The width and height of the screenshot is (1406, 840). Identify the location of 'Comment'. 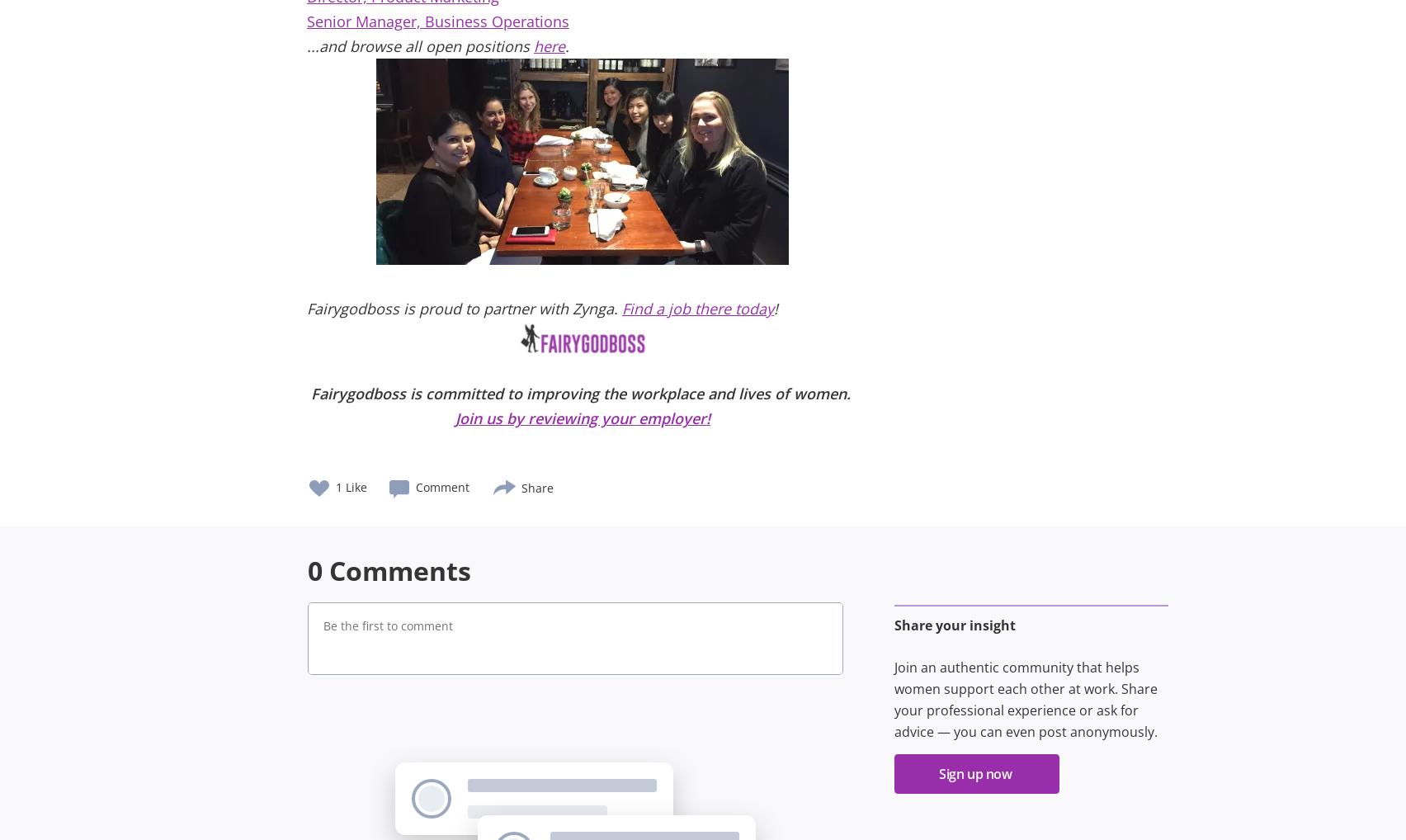
(442, 487).